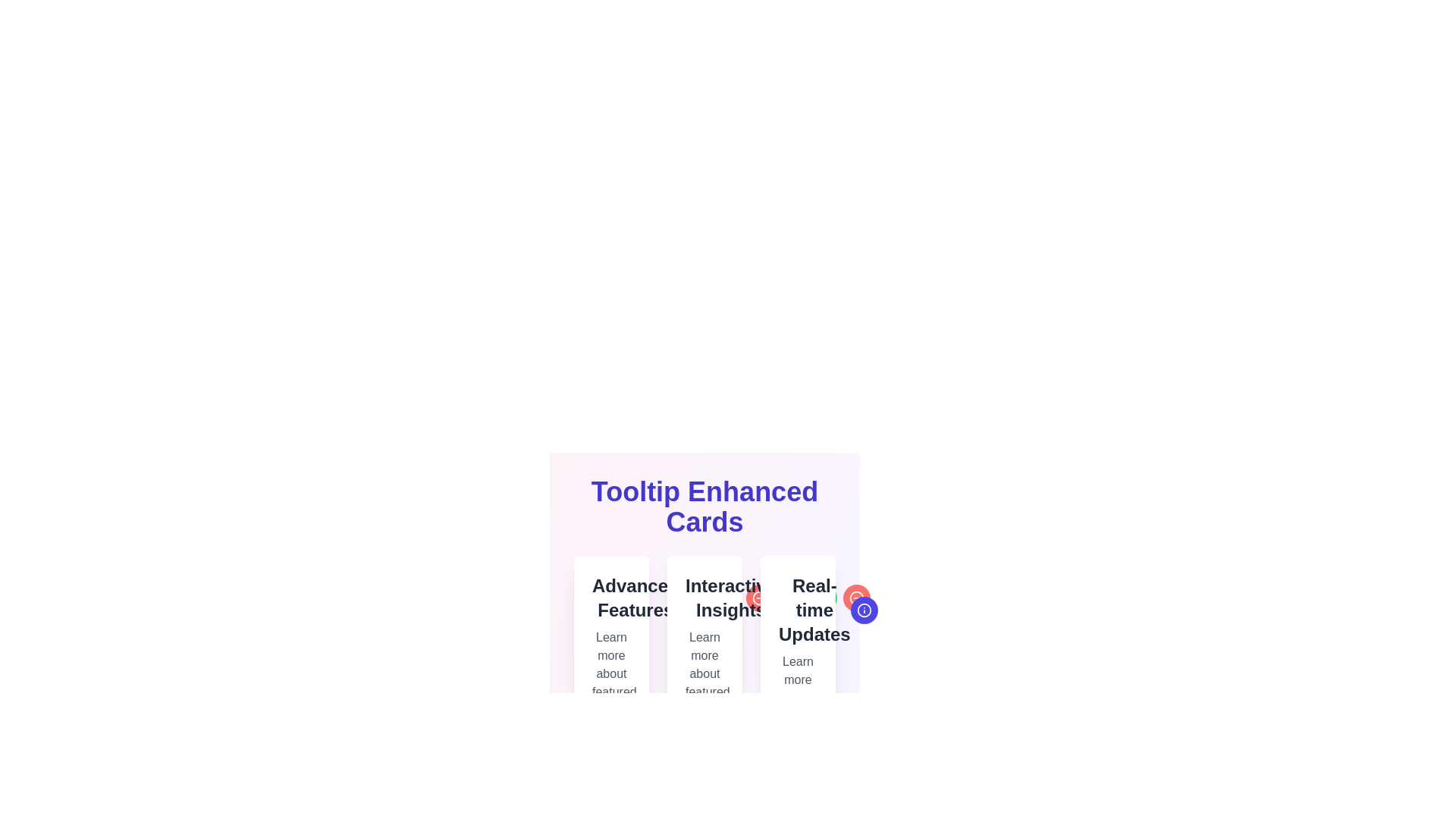 The height and width of the screenshot is (819, 1456). What do you see at coordinates (704, 598) in the screenshot?
I see `the title text located at the top of the second card from the left in a horizontal arrangement of cards` at bounding box center [704, 598].